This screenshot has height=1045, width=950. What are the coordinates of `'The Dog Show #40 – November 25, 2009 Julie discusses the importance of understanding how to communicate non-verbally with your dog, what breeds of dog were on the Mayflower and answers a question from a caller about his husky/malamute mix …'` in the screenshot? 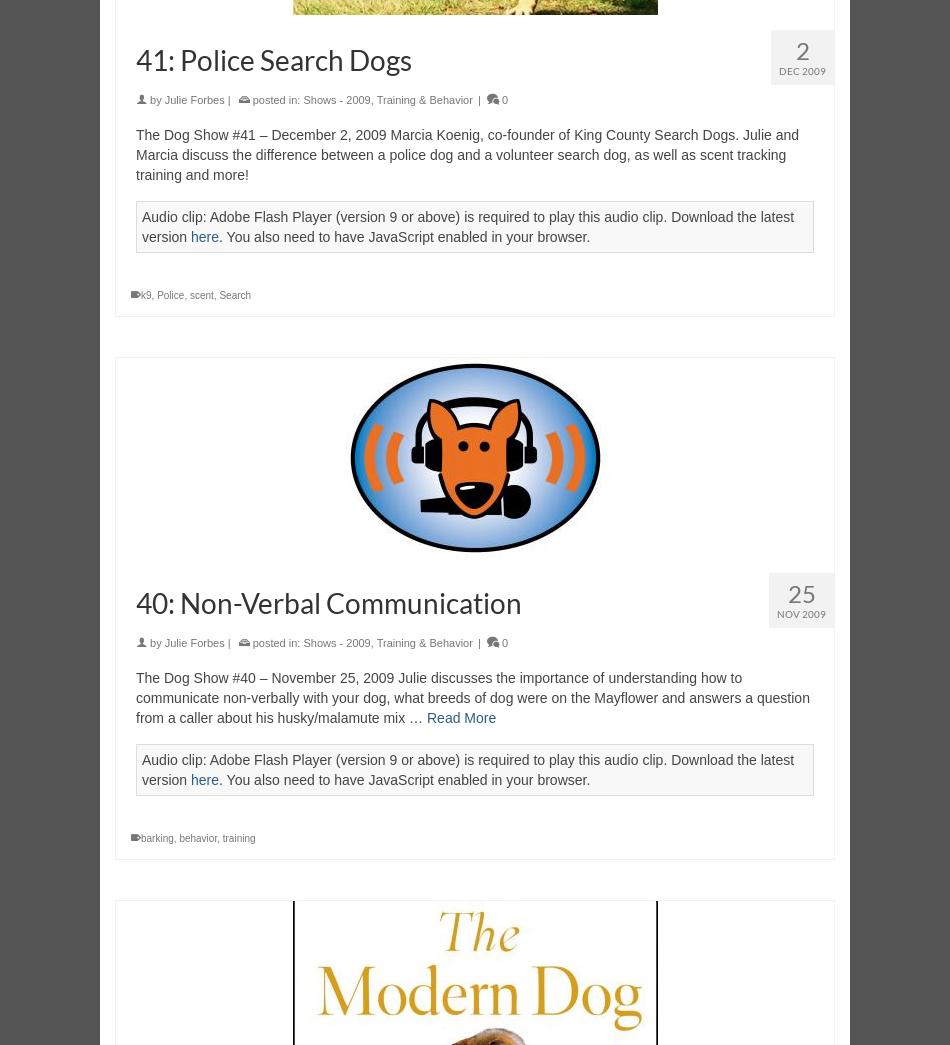 It's located at (136, 696).